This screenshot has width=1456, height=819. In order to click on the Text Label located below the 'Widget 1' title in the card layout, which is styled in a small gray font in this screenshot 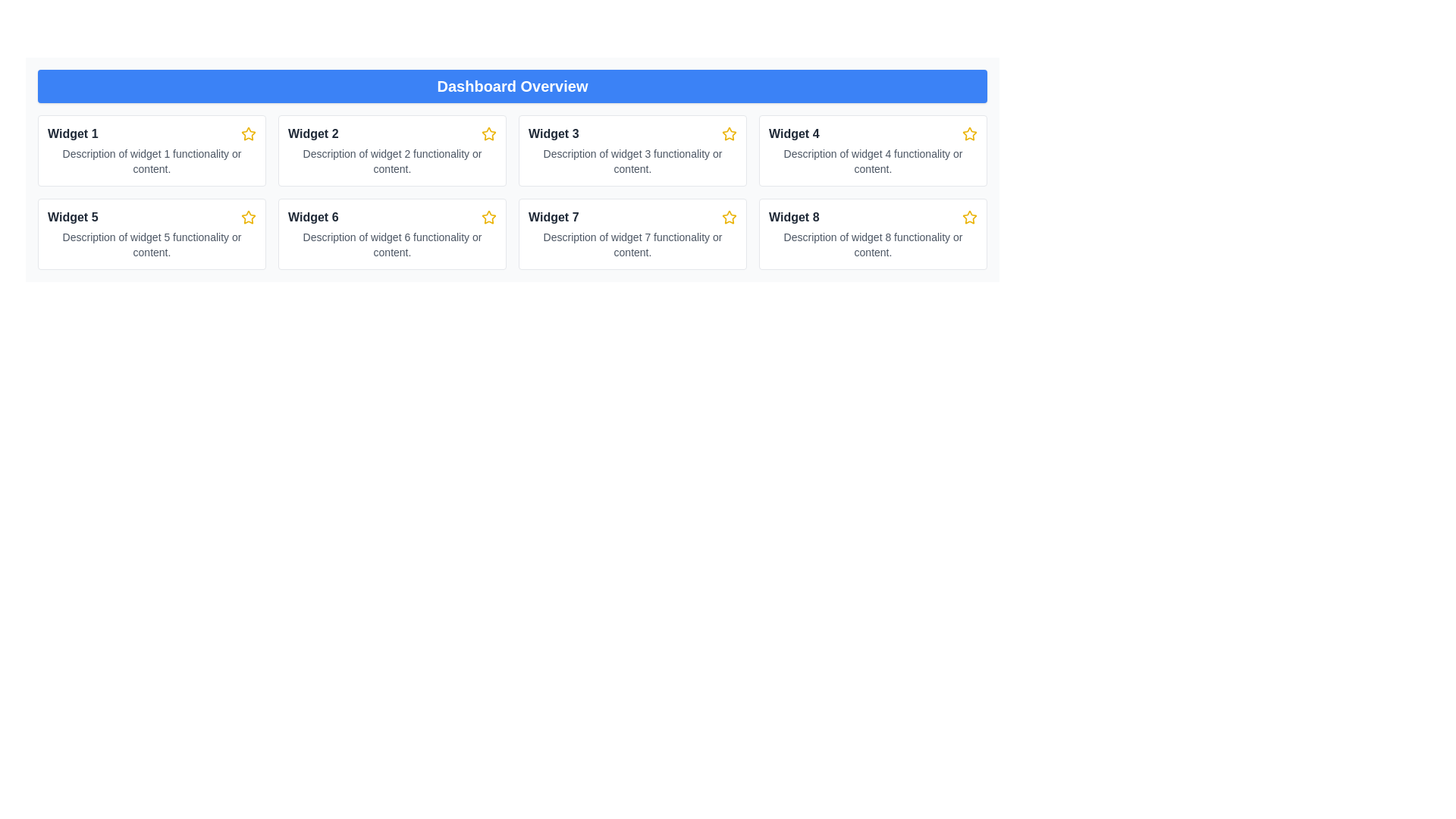, I will do `click(152, 161)`.